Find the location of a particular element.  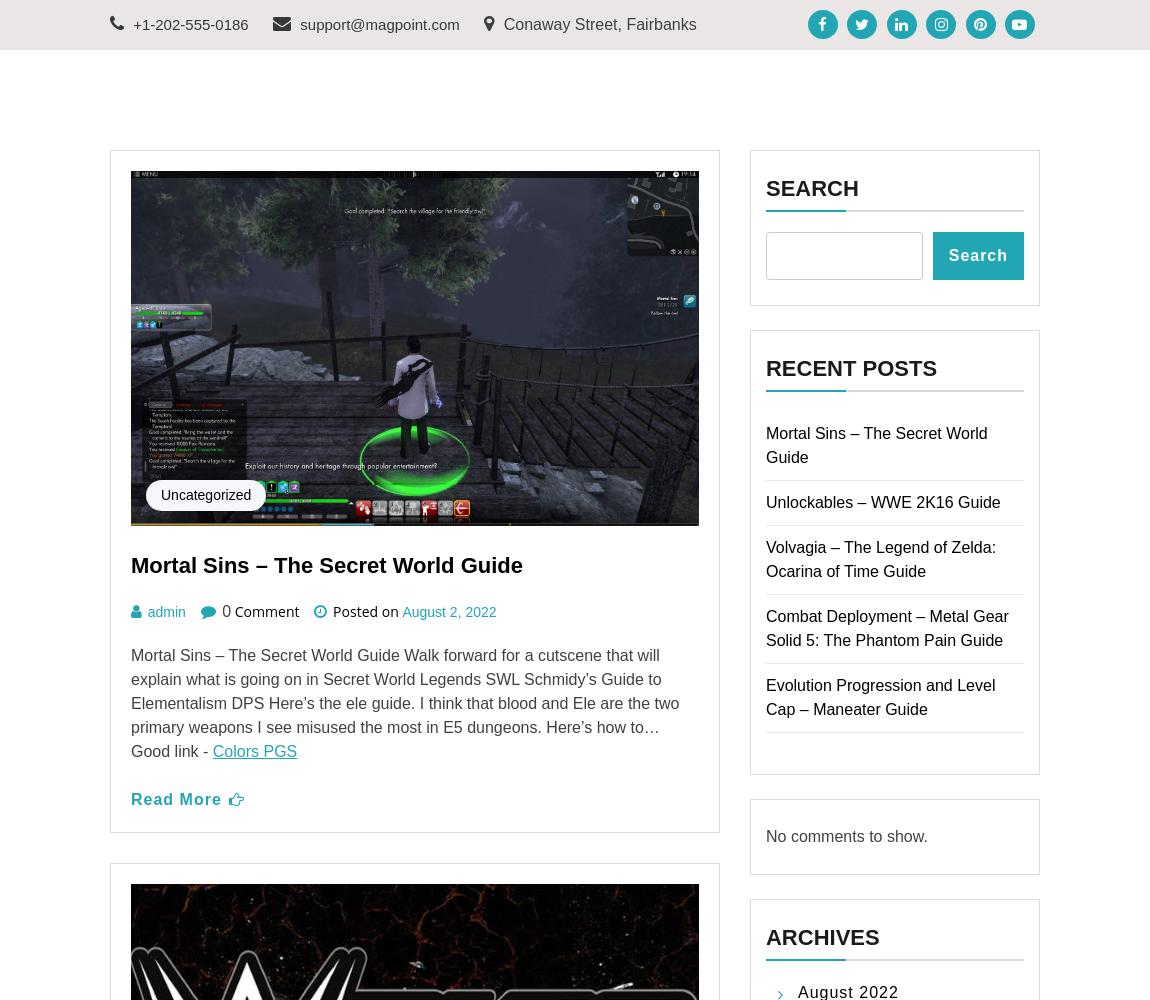

'Playstation games' is located at coordinates (231, 58).